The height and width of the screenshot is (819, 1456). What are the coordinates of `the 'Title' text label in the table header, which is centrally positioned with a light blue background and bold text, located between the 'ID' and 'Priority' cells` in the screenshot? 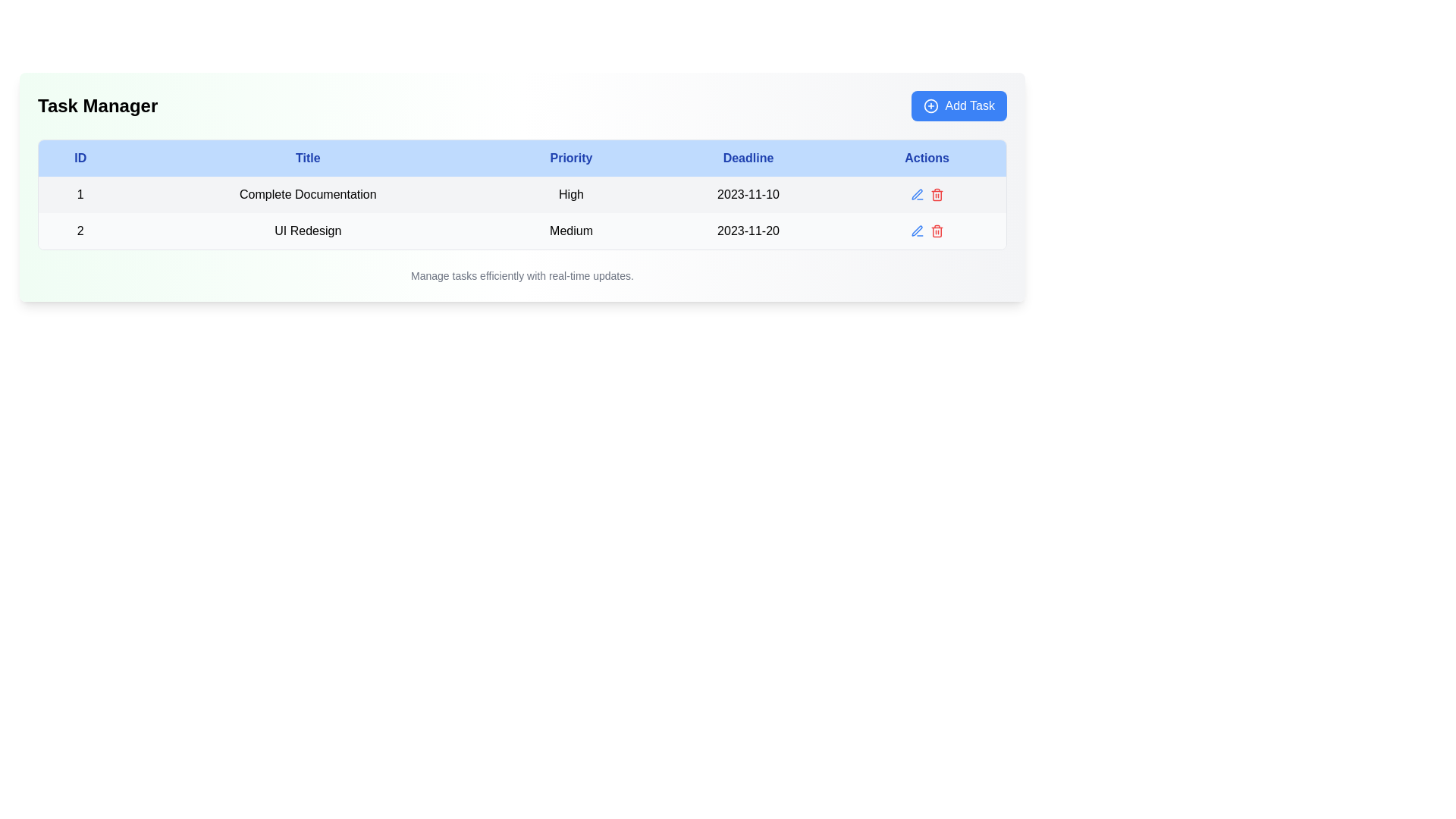 It's located at (307, 158).